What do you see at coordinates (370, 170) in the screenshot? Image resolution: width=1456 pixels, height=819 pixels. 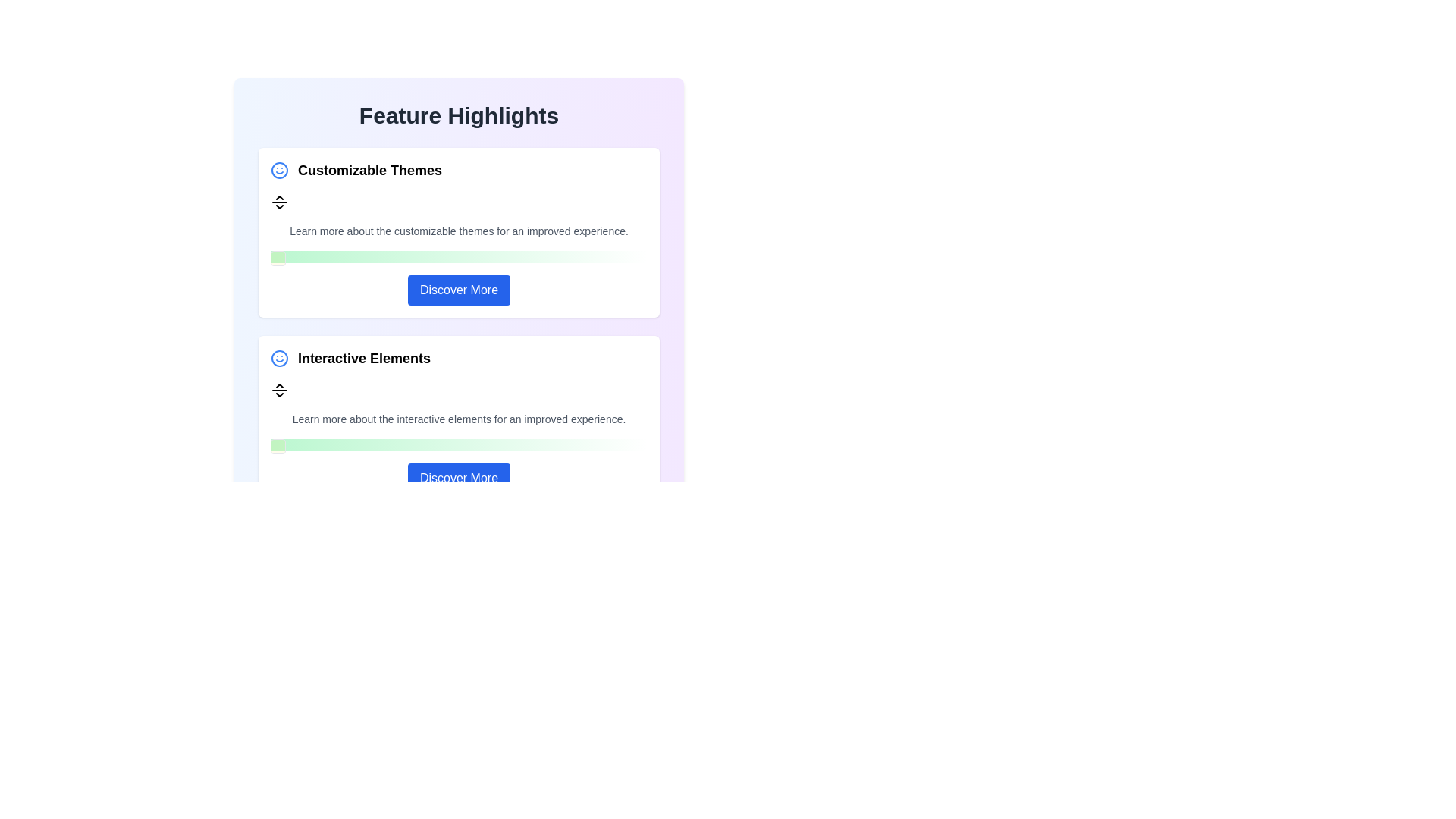 I see `the 'Customizable Themes' static text header which is styled in a large, bold font and is prominently located in the top section of the 'Feature Highlights' interface` at bounding box center [370, 170].